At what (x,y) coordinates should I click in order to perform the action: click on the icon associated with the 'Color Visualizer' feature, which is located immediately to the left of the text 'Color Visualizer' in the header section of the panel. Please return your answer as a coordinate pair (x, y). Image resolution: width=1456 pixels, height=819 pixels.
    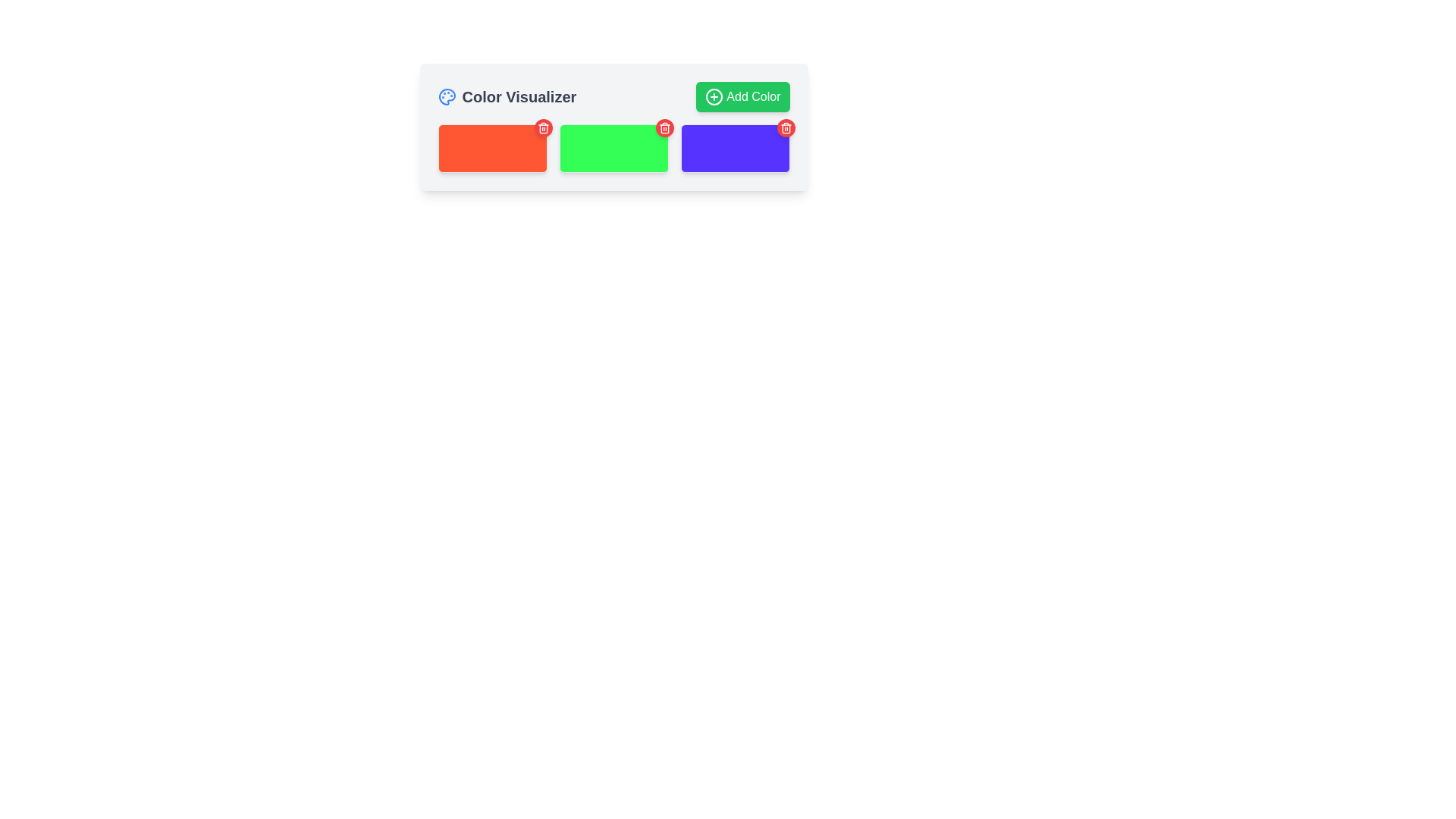
    Looking at the image, I should click on (446, 96).